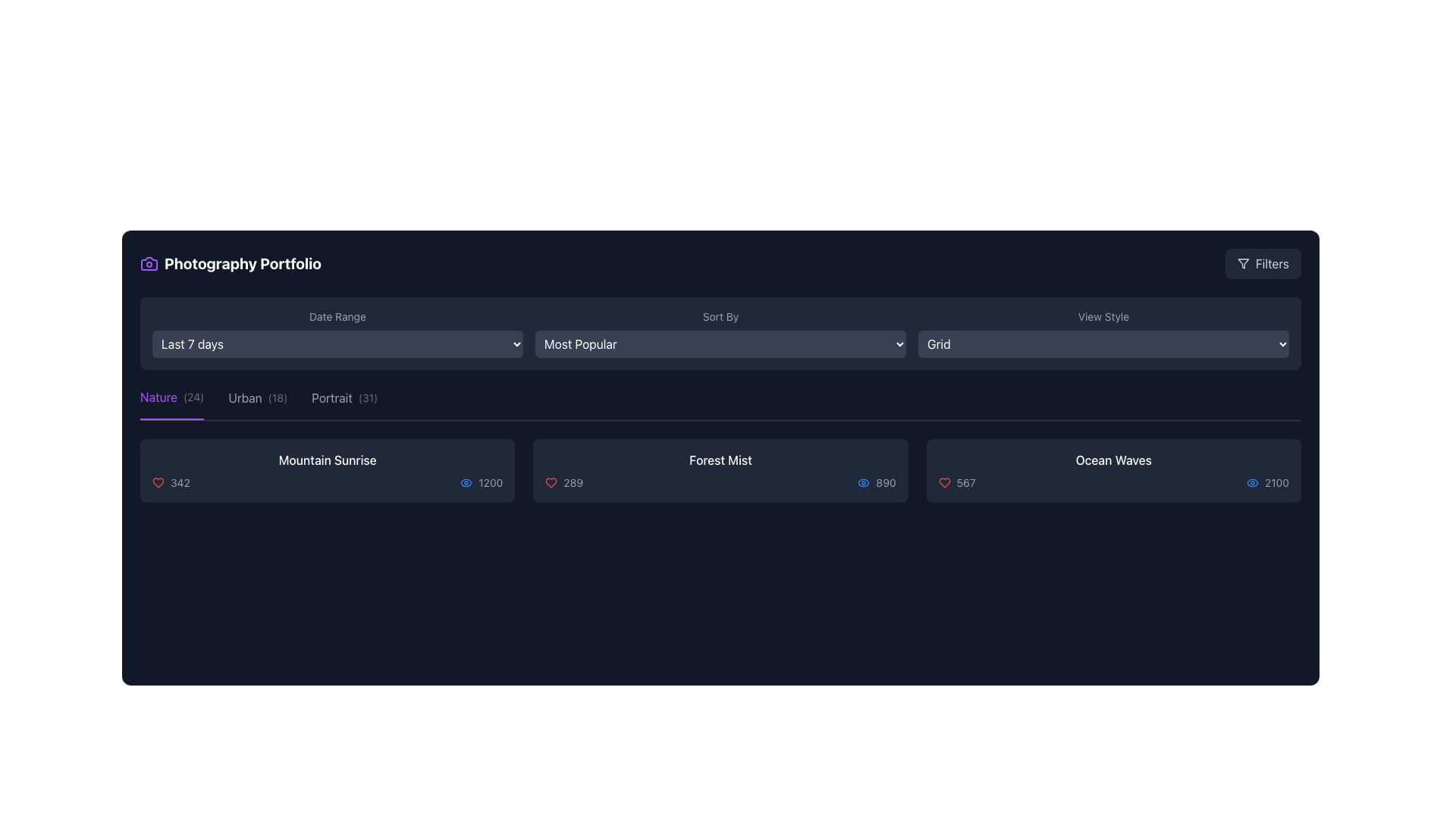 The width and height of the screenshot is (1456, 819). I want to click on numerical counter text associated with the red heart icon representing likes under the title 'Forest Mist' in the left part of the middle row of the grid layout, so click(563, 482).